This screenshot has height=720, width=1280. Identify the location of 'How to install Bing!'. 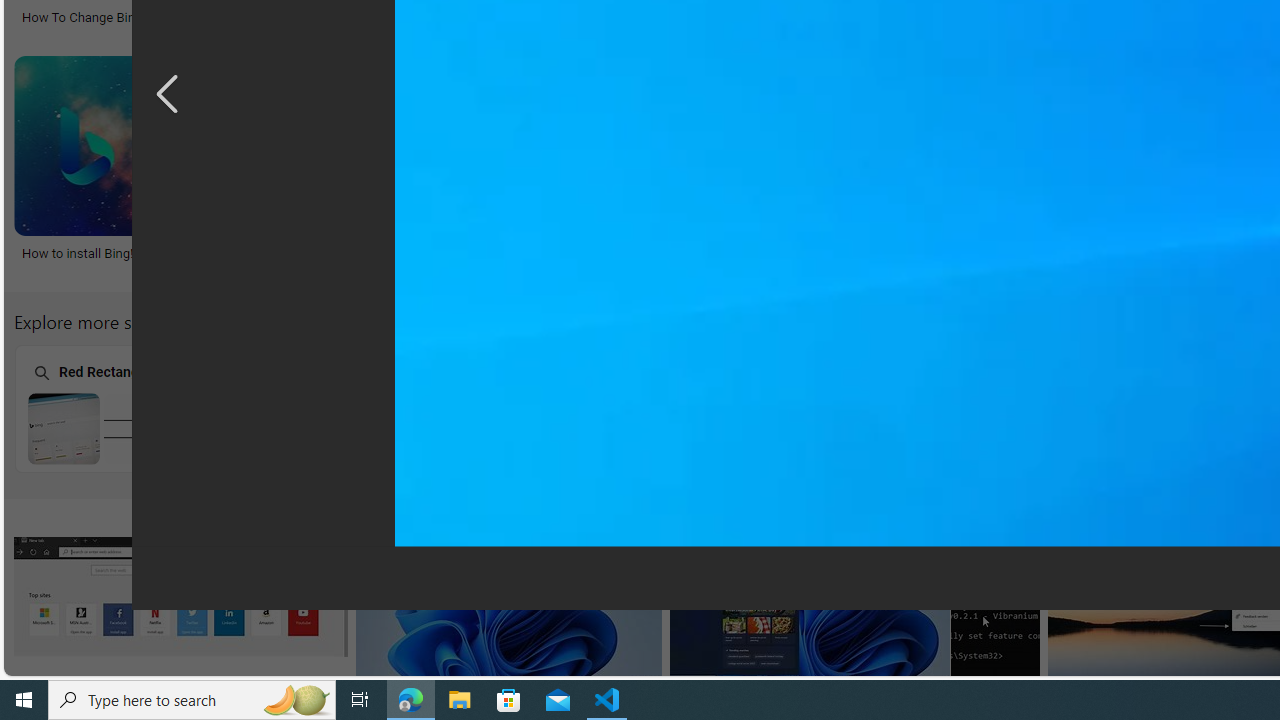
(78, 252).